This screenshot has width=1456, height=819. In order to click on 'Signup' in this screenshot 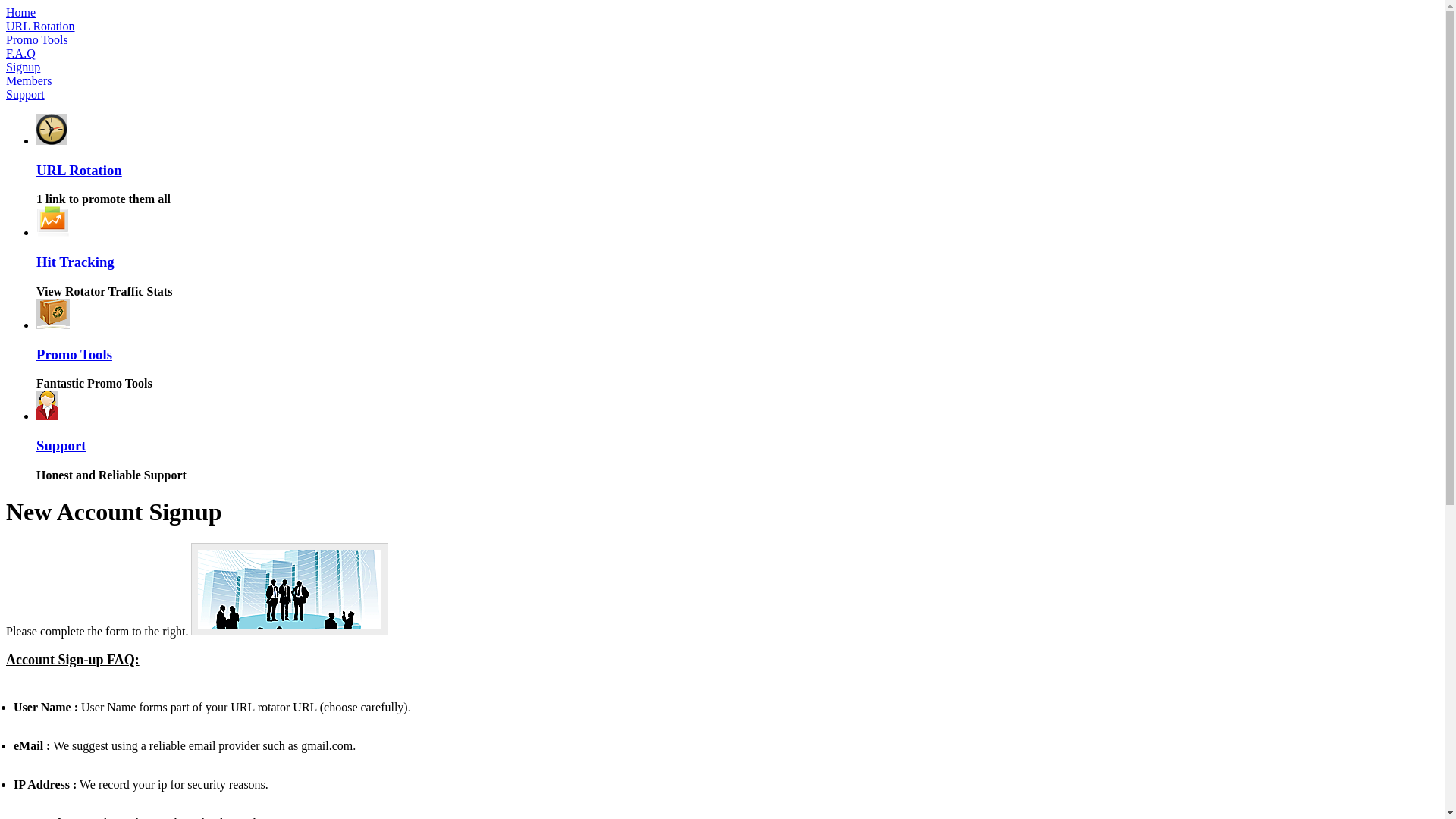, I will do `click(23, 66)`.